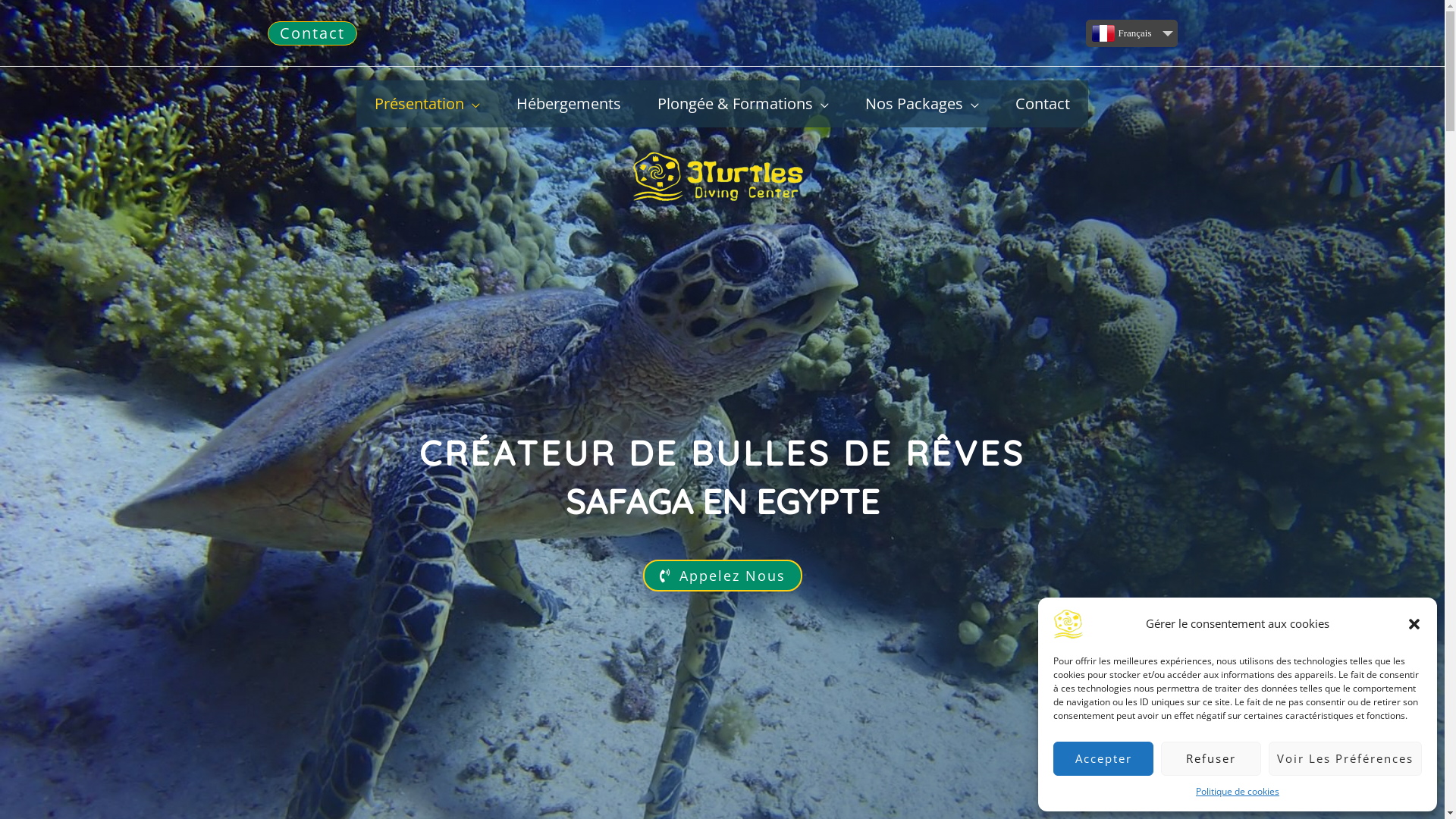 The width and height of the screenshot is (1456, 819). I want to click on 'Politique de cookies', so click(1195, 791).